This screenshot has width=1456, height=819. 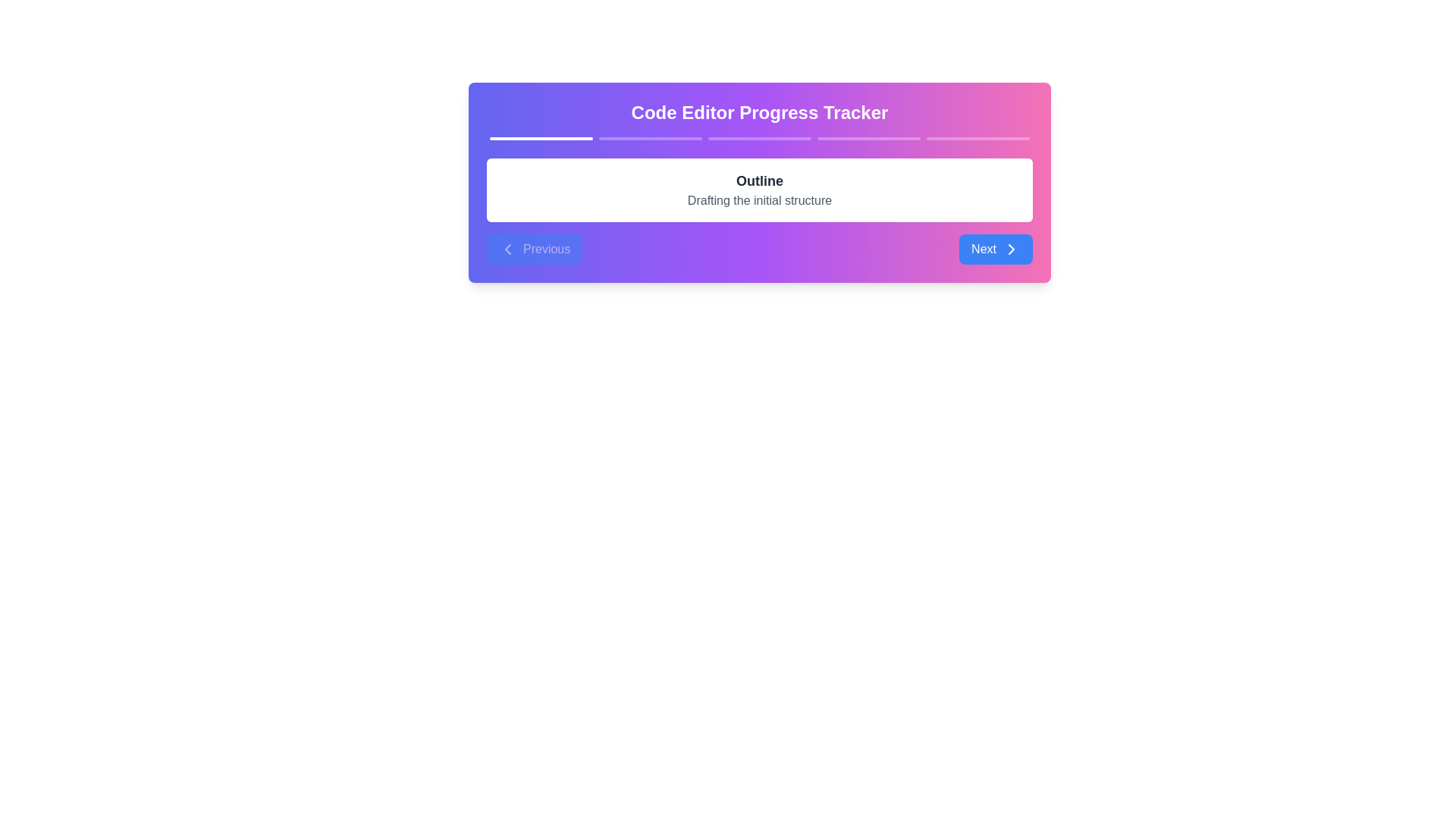 What do you see at coordinates (1012, 248) in the screenshot?
I see `the right-pointing arrow icon within the 'Next' button, which is styled with a modern, minimalistic design and located in the bottom-right of the component layout` at bounding box center [1012, 248].